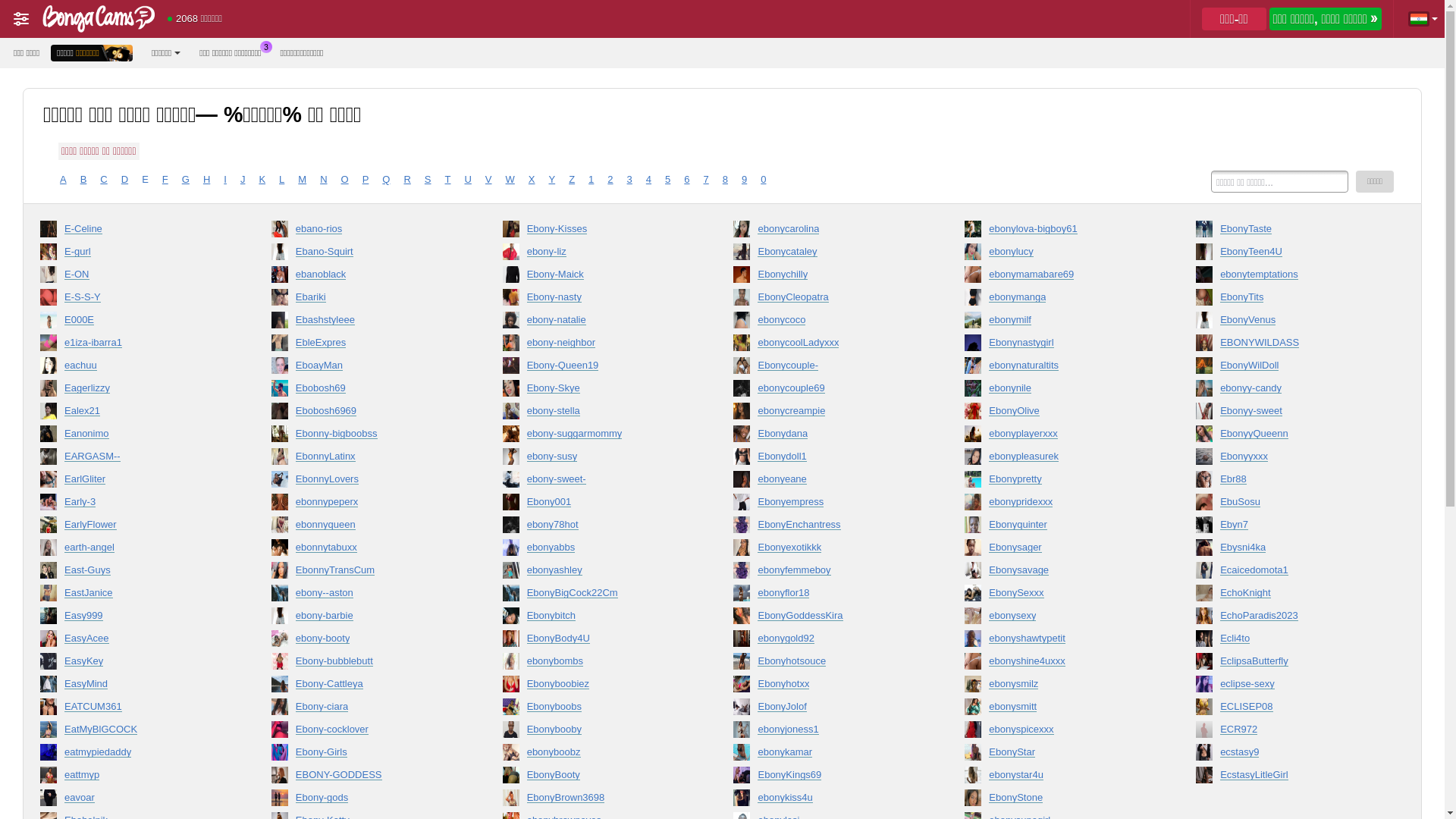  What do you see at coordinates (39, 526) in the screenshot?
I see `'EarlyFlower'` at bounding box center [39, 526].